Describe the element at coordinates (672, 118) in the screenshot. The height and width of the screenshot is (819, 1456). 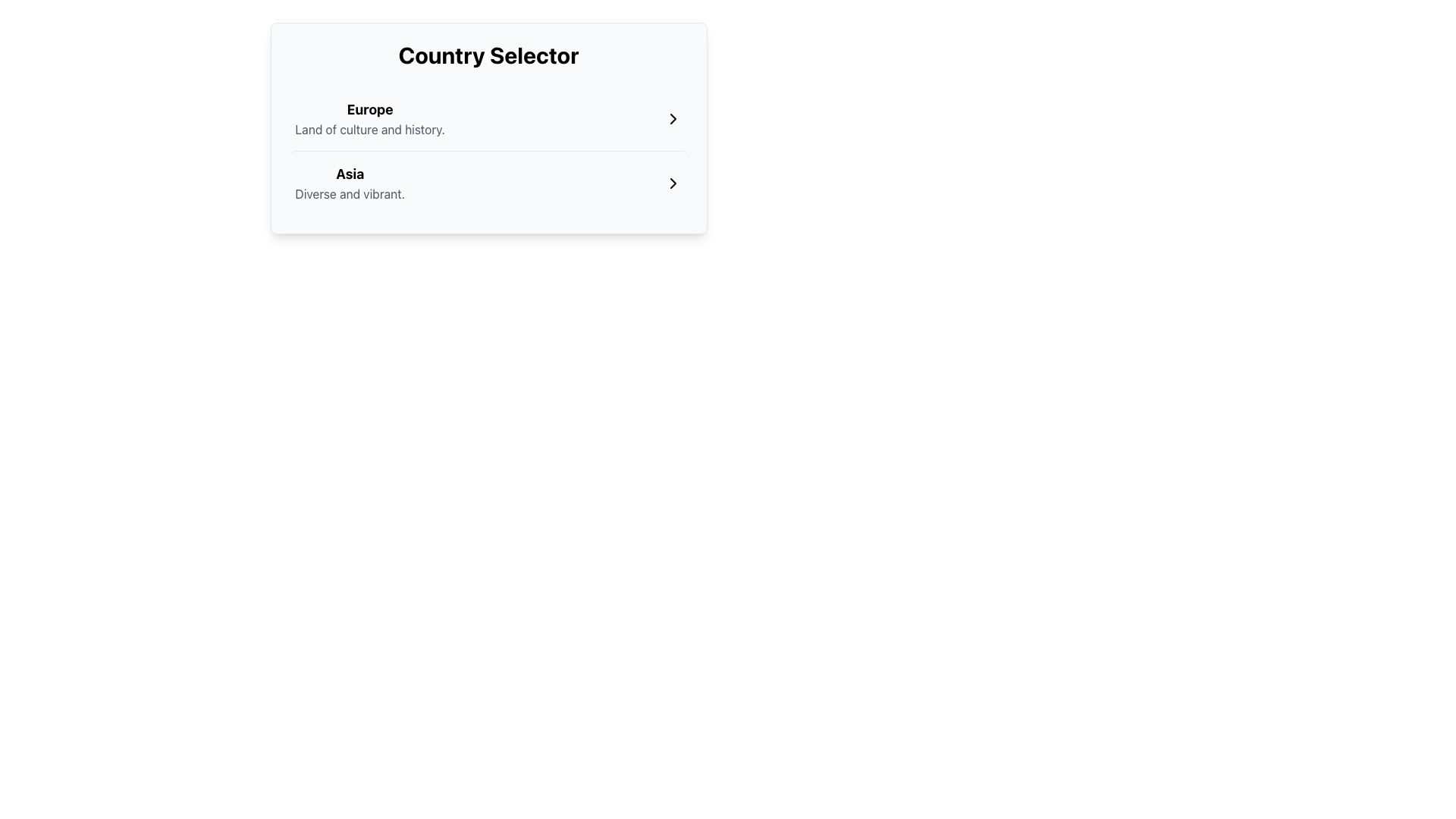
I see `the right-pointing chevron icon styled in a thin black line, located within a white background box` at that location.